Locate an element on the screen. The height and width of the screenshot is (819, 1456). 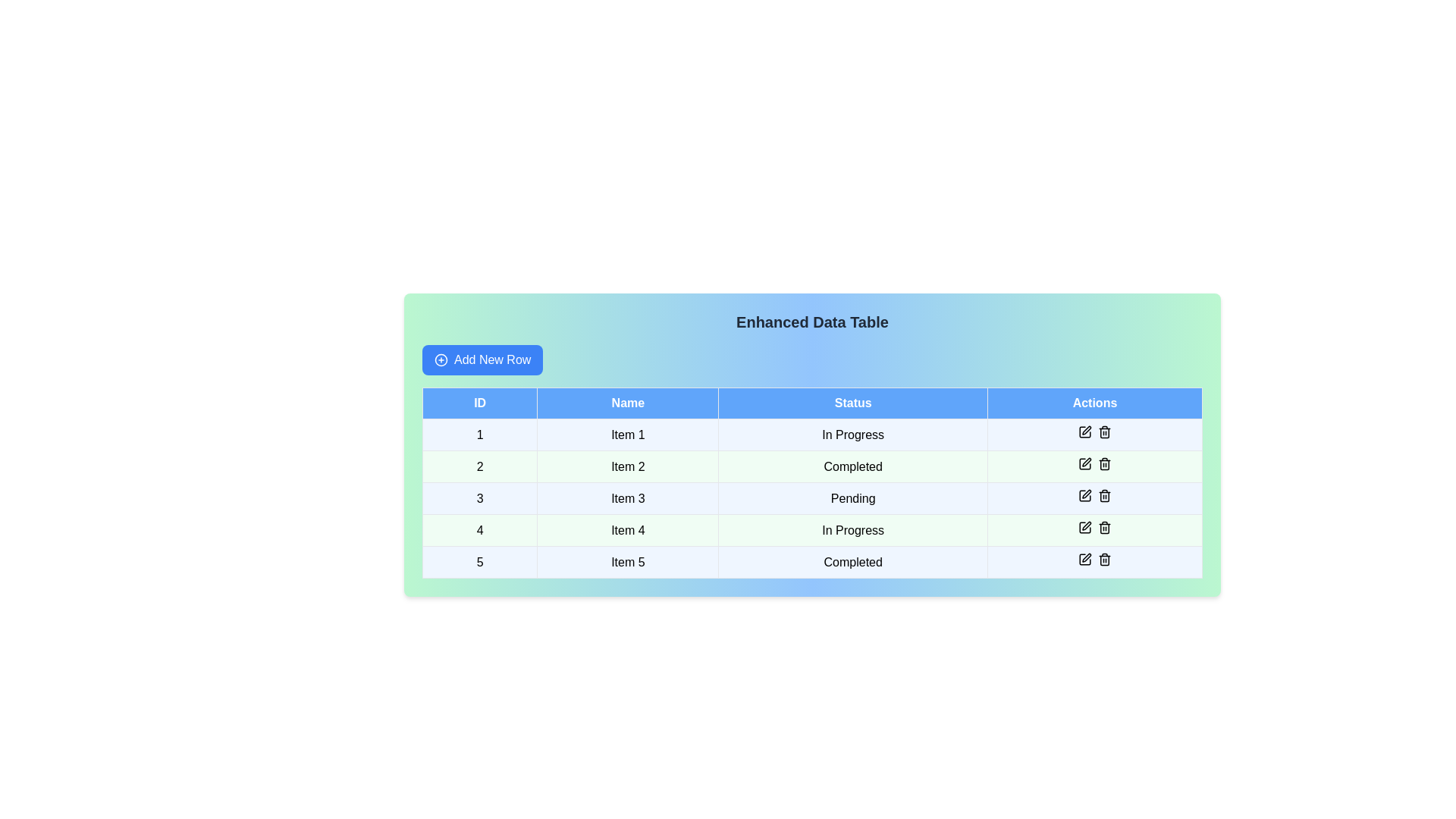
the text cell containing 'Item 1' in the second cell of the first row under the 'Name' column of the table is located at coordinates (628, 435).